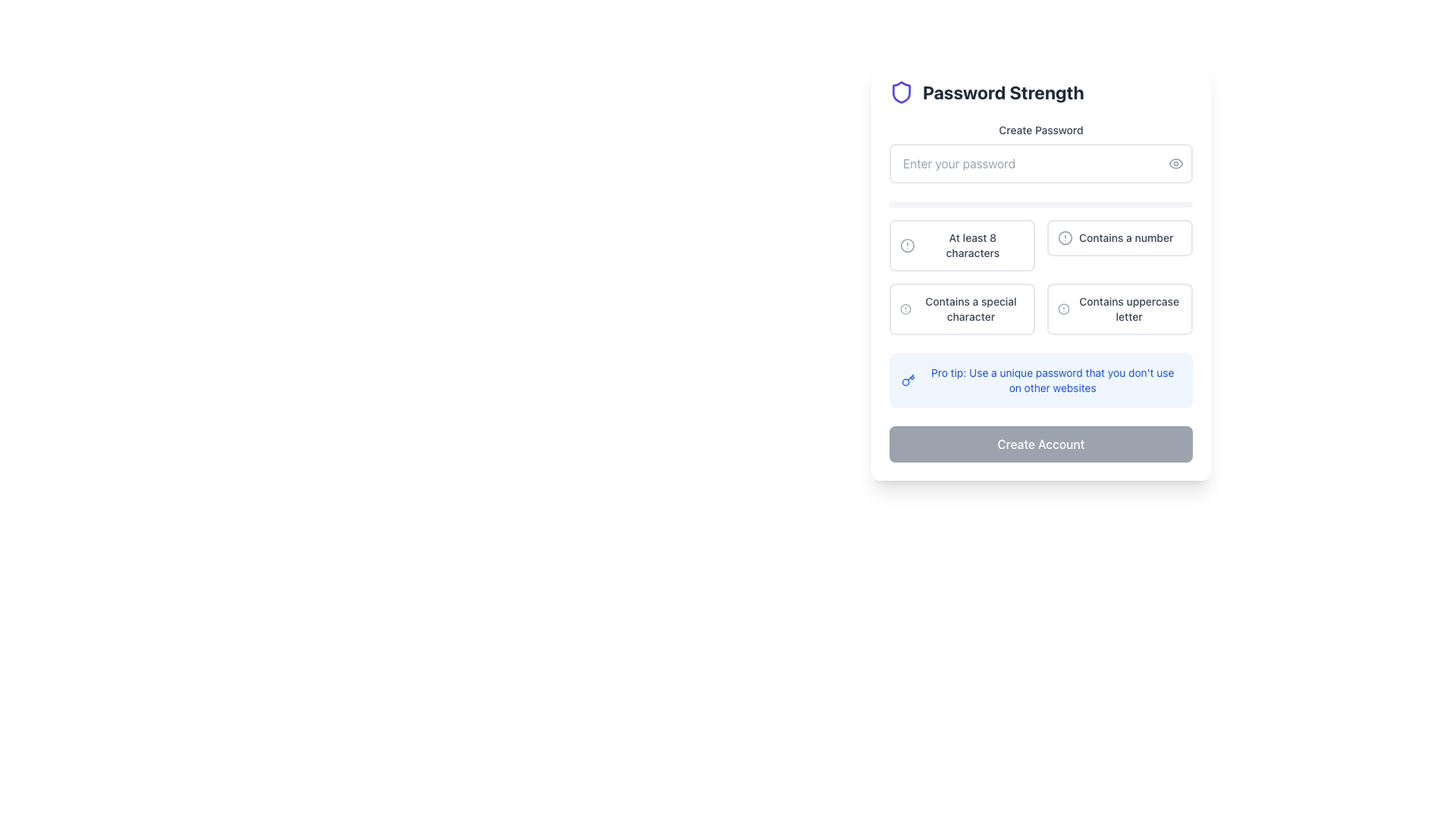  What do you see at coordinates (1120, 237) in the screenshot?
I see `informational list item indicating that the password must contain at least one number, which is the second item in the password requirements list` at bounding box center [1120, 237].